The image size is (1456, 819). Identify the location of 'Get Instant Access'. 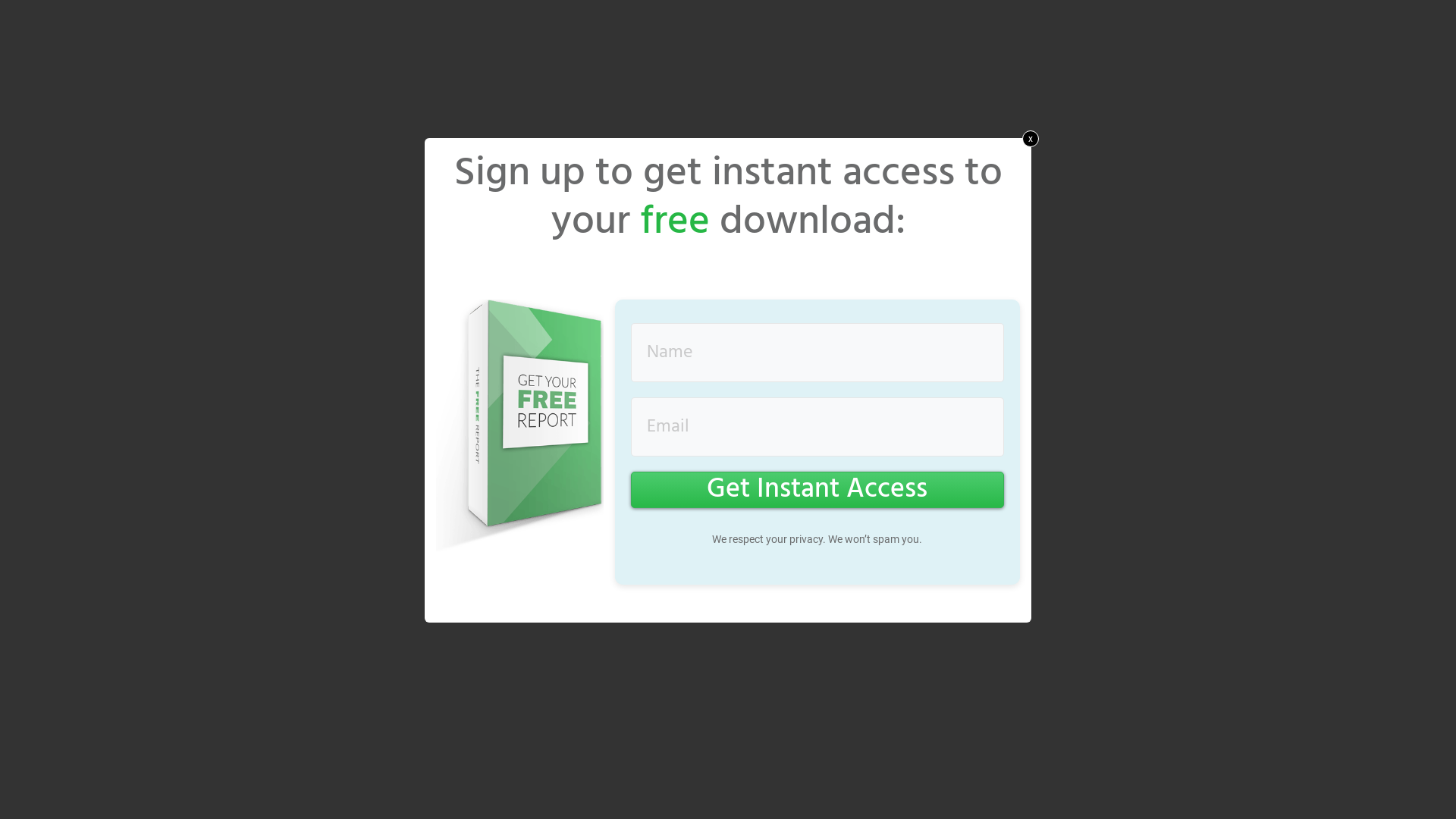
(817, 489).